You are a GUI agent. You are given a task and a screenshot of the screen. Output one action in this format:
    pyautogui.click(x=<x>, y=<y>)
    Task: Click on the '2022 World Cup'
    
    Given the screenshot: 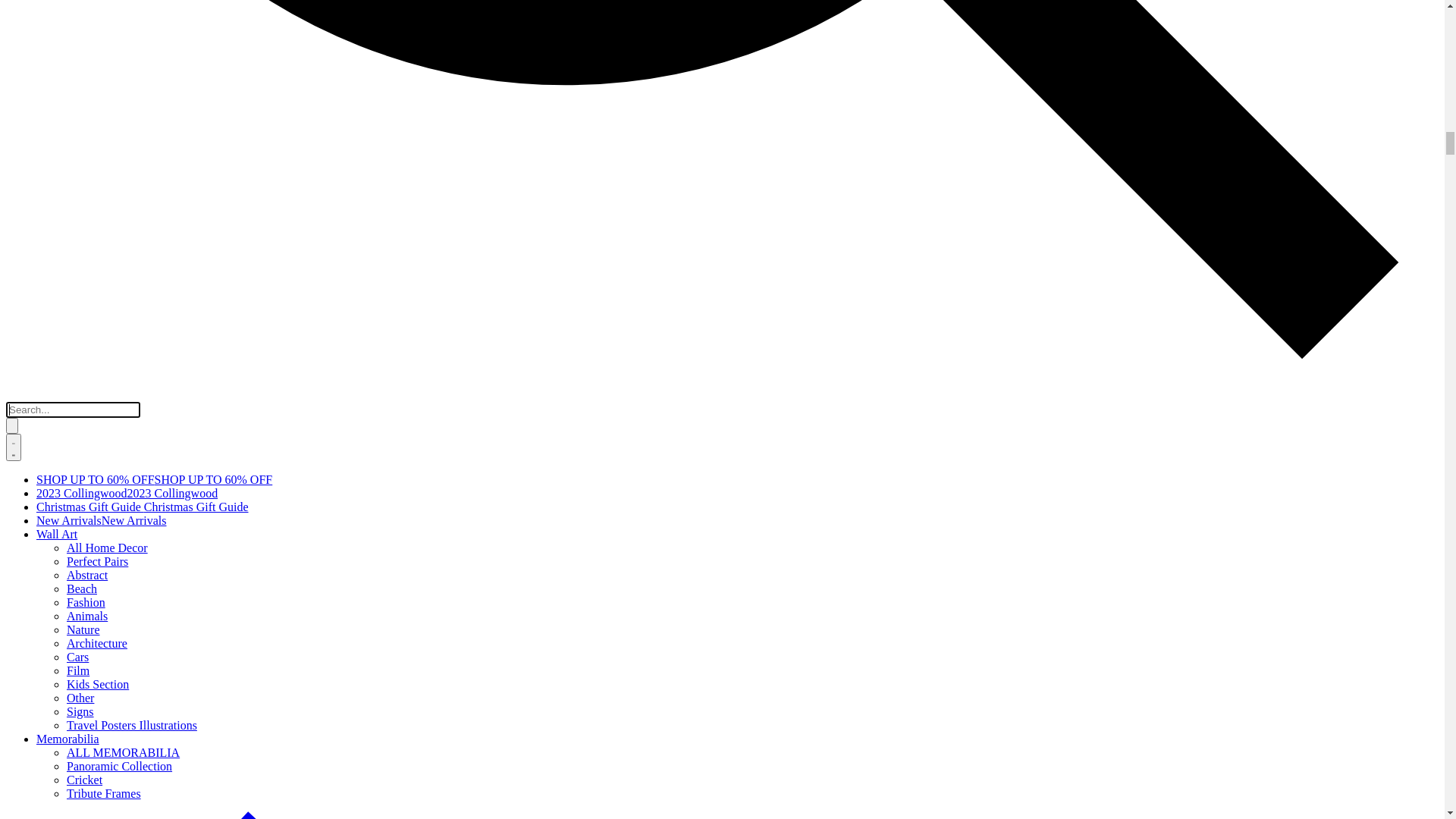 What is the action you would take?
    pyautogui.click(x=75, y=795)
    